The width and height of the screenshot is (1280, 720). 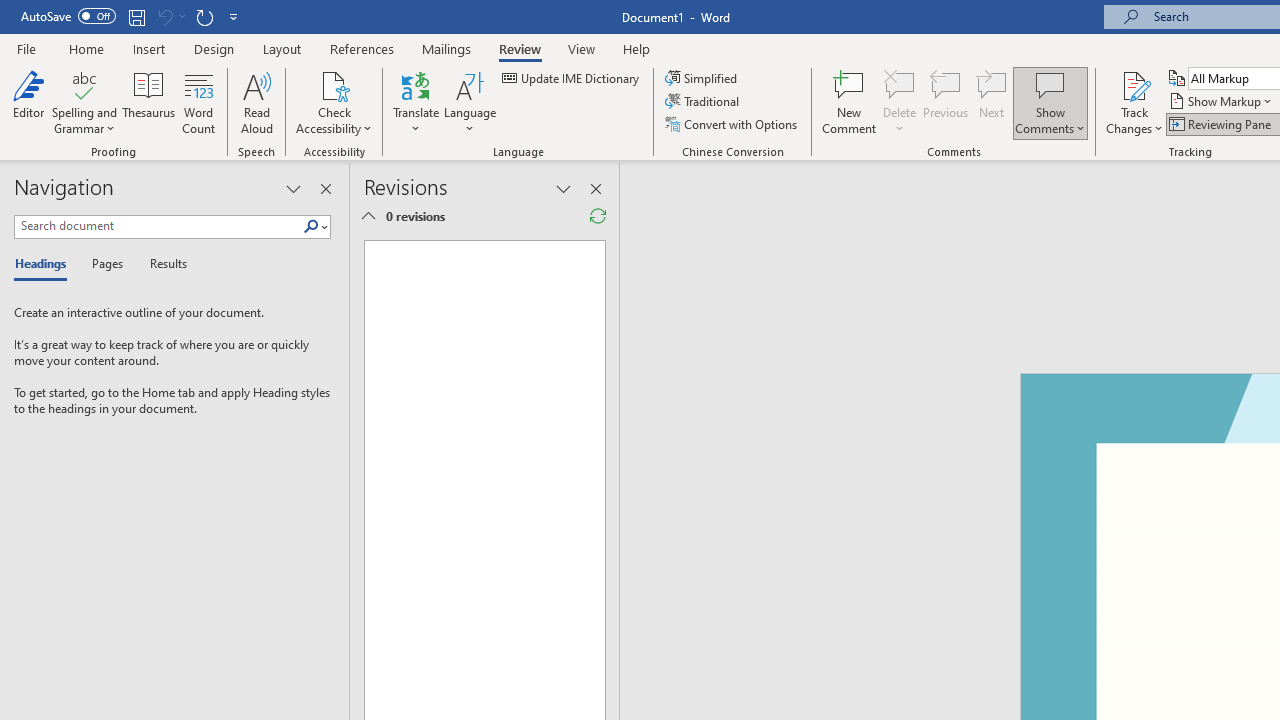 What do you see at coordinates (1049, 84) in the screenshot?
I see `'Show Comments'` at bounding box center [1049, 84].